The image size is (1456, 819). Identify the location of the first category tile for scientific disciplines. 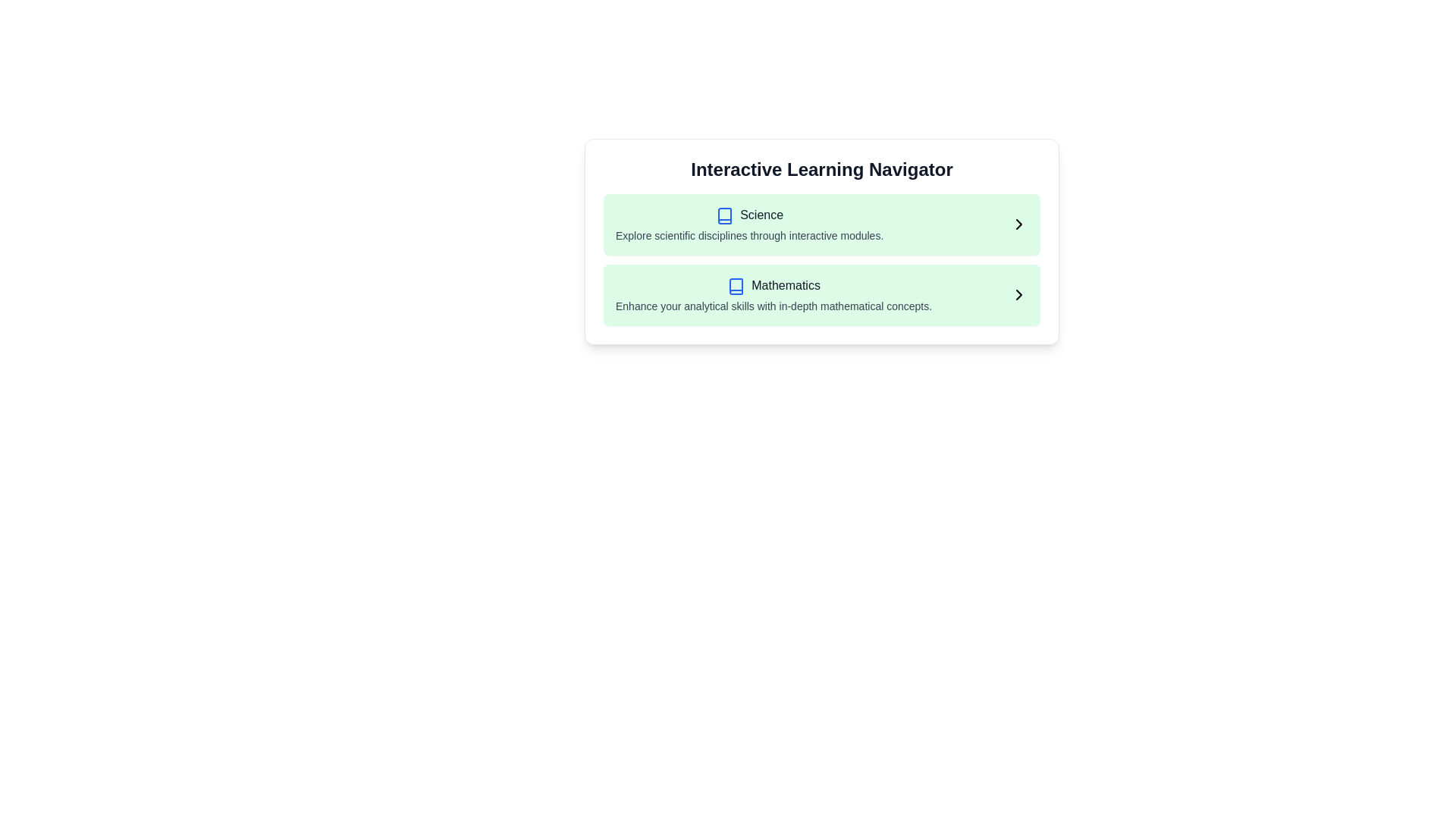
(821, 224).